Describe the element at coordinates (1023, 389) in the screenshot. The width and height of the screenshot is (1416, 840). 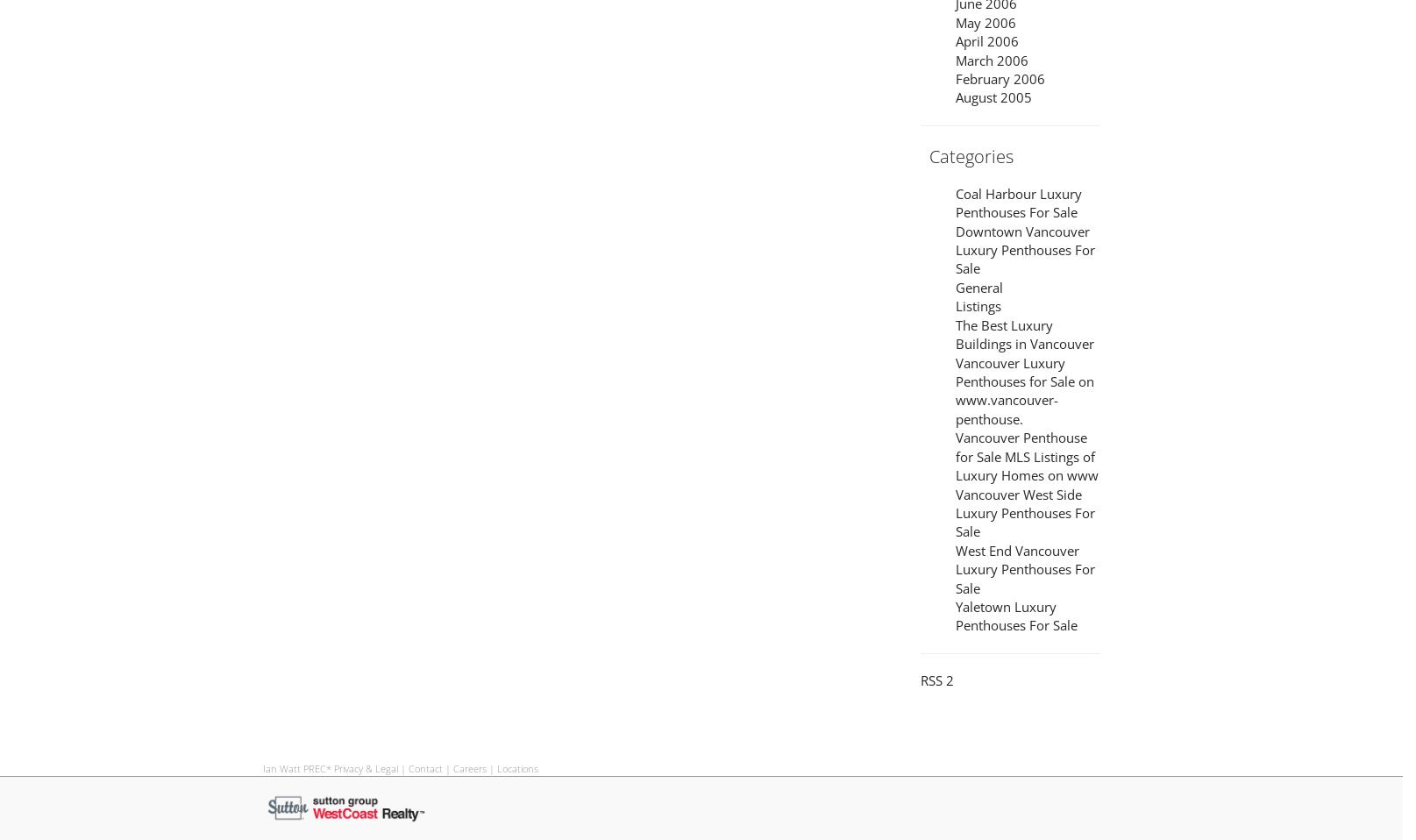
I see `'Vancouver Luxury Penthouses for Sale on www.vancouver-penthouse.'` at that location.